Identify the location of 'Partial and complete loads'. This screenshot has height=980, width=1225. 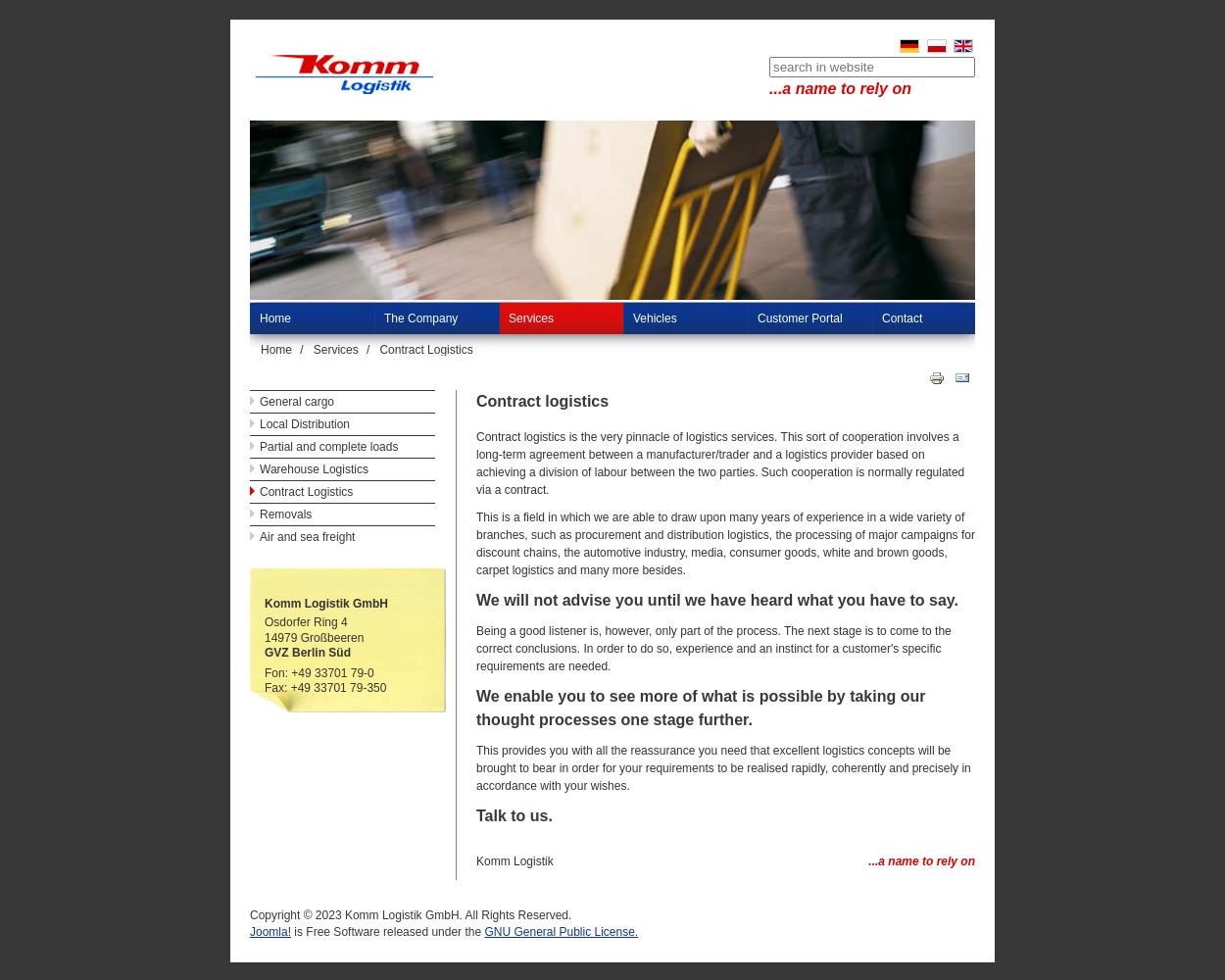
(327, 446).